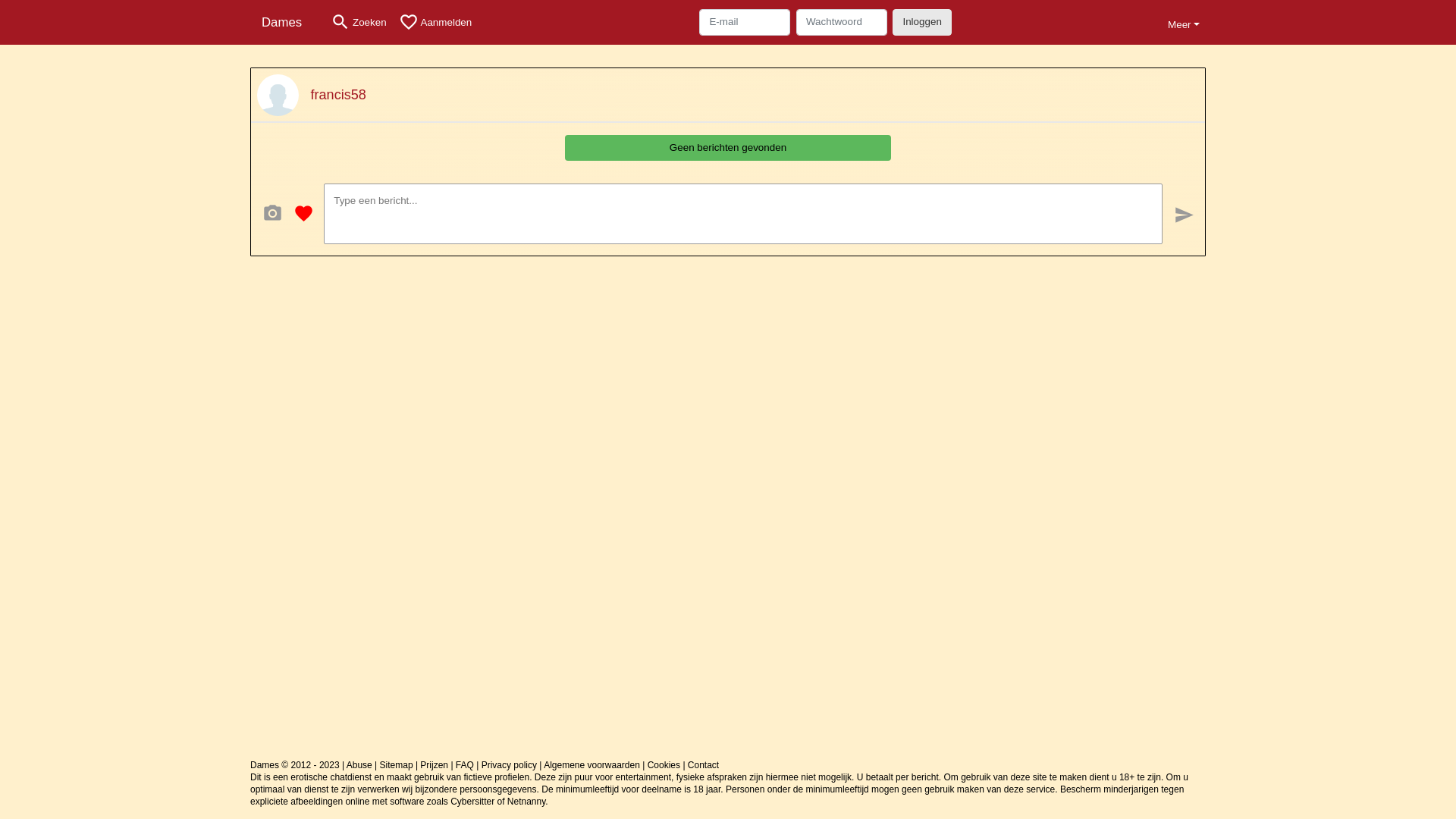 The height and width of the screenshot is (819, 1456). What do you see at coordinates (464, 765) in the screenshot?
I see `'FAQ'` at bounding box center [464, 765].